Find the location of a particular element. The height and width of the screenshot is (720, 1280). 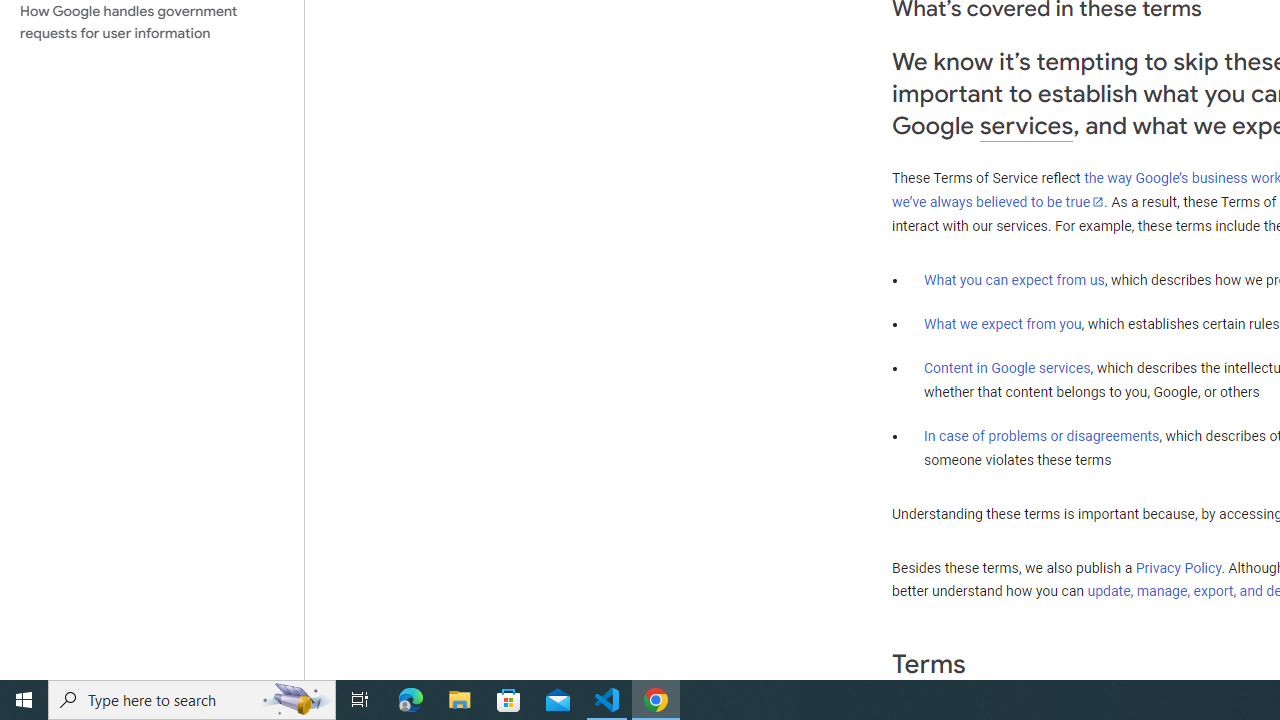

'What we expect from you' is located at coordinates (1002, 323).